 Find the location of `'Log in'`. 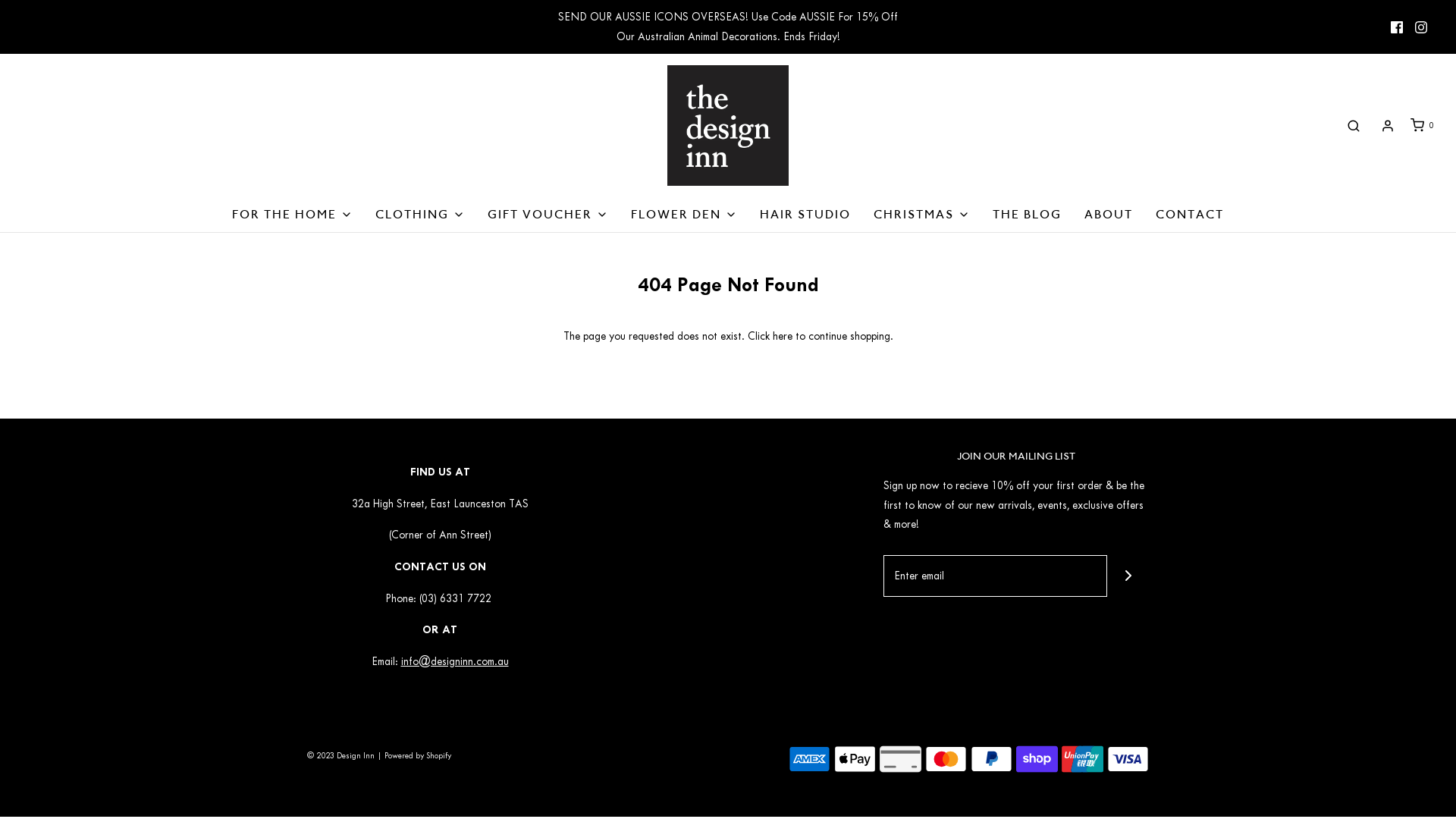

'Log in' is located at coordinates (1387, 124).